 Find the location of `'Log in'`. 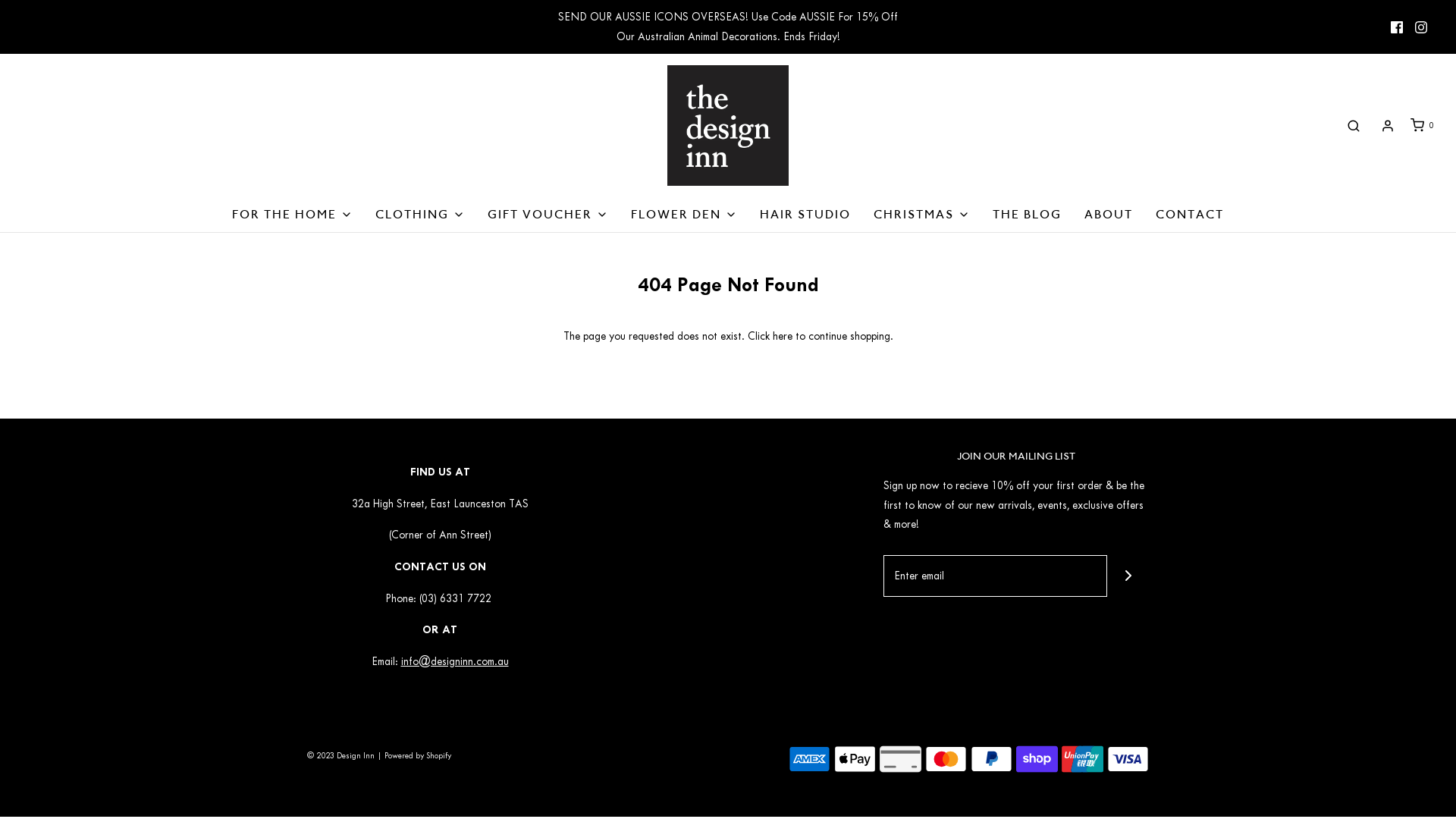

'Log in' is located at coordinates (1387, 124).